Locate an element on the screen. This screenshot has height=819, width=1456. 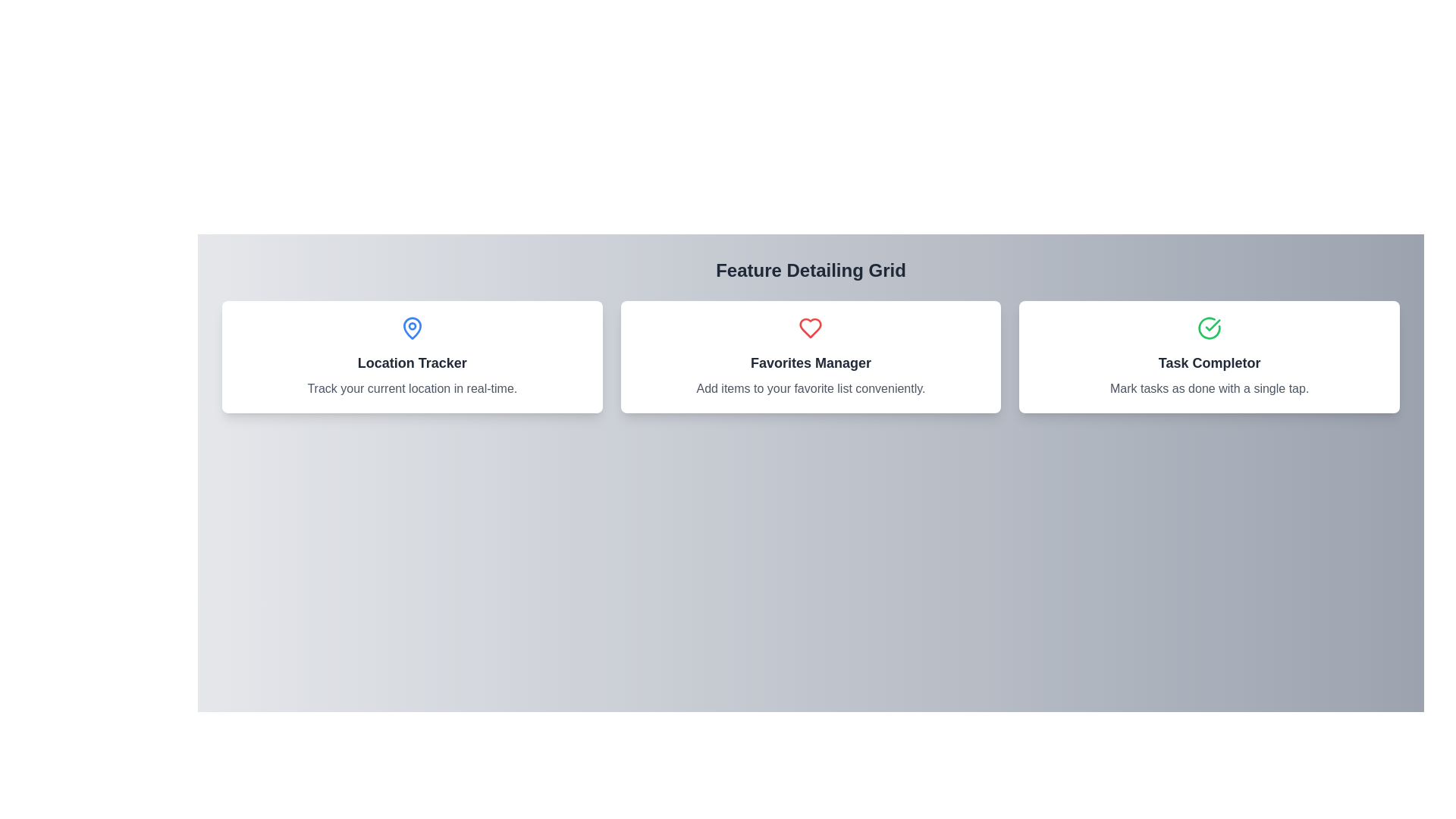
the 'Task Completor' feature overview card, which is visually distinct with a white background, rounded corners, and a green checkmark icon at the top is located at coordinates (1209, 356).